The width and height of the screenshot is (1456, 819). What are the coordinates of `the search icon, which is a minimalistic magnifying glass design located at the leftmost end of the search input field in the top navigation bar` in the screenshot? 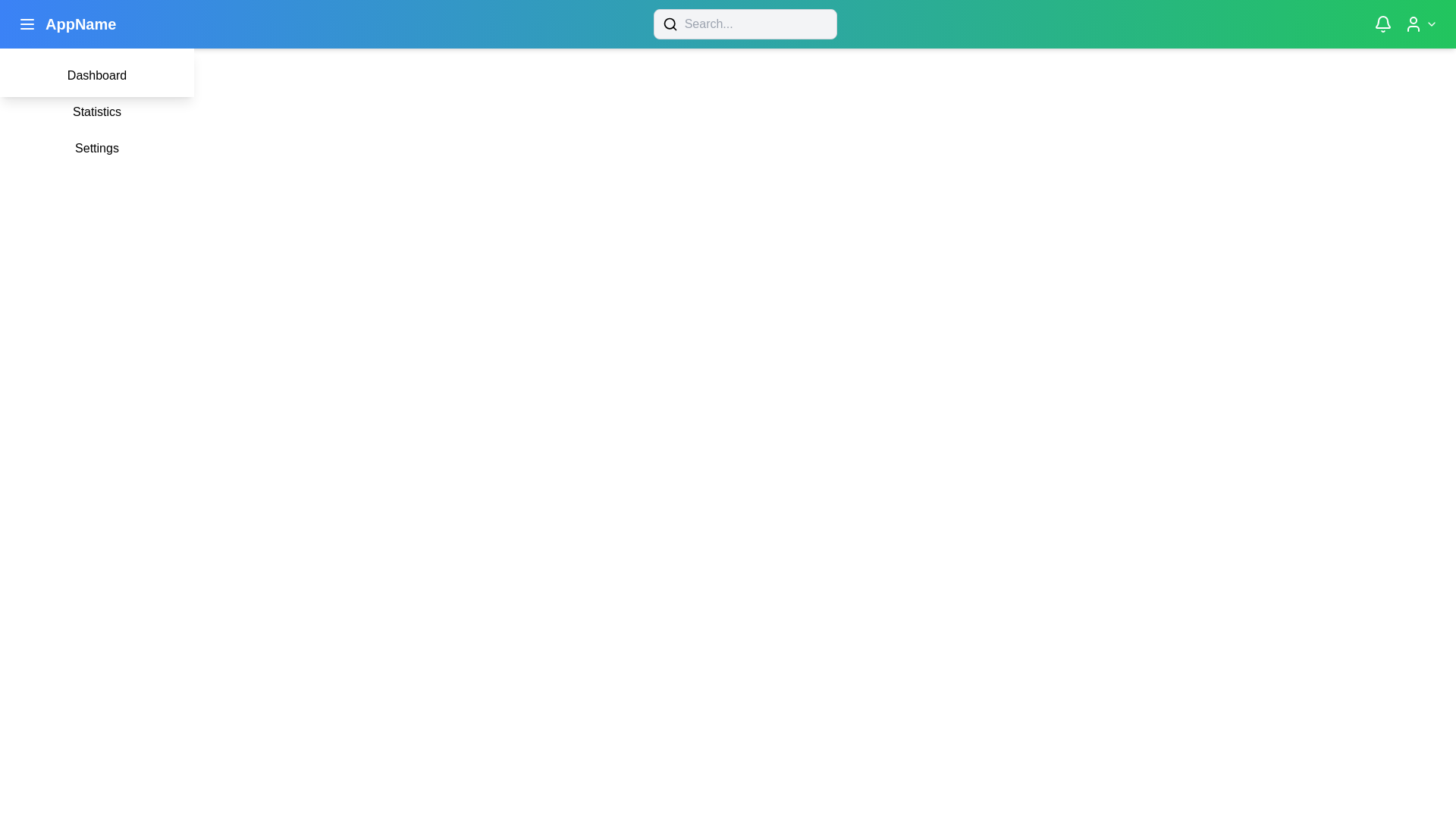 It's located at (669, 24).